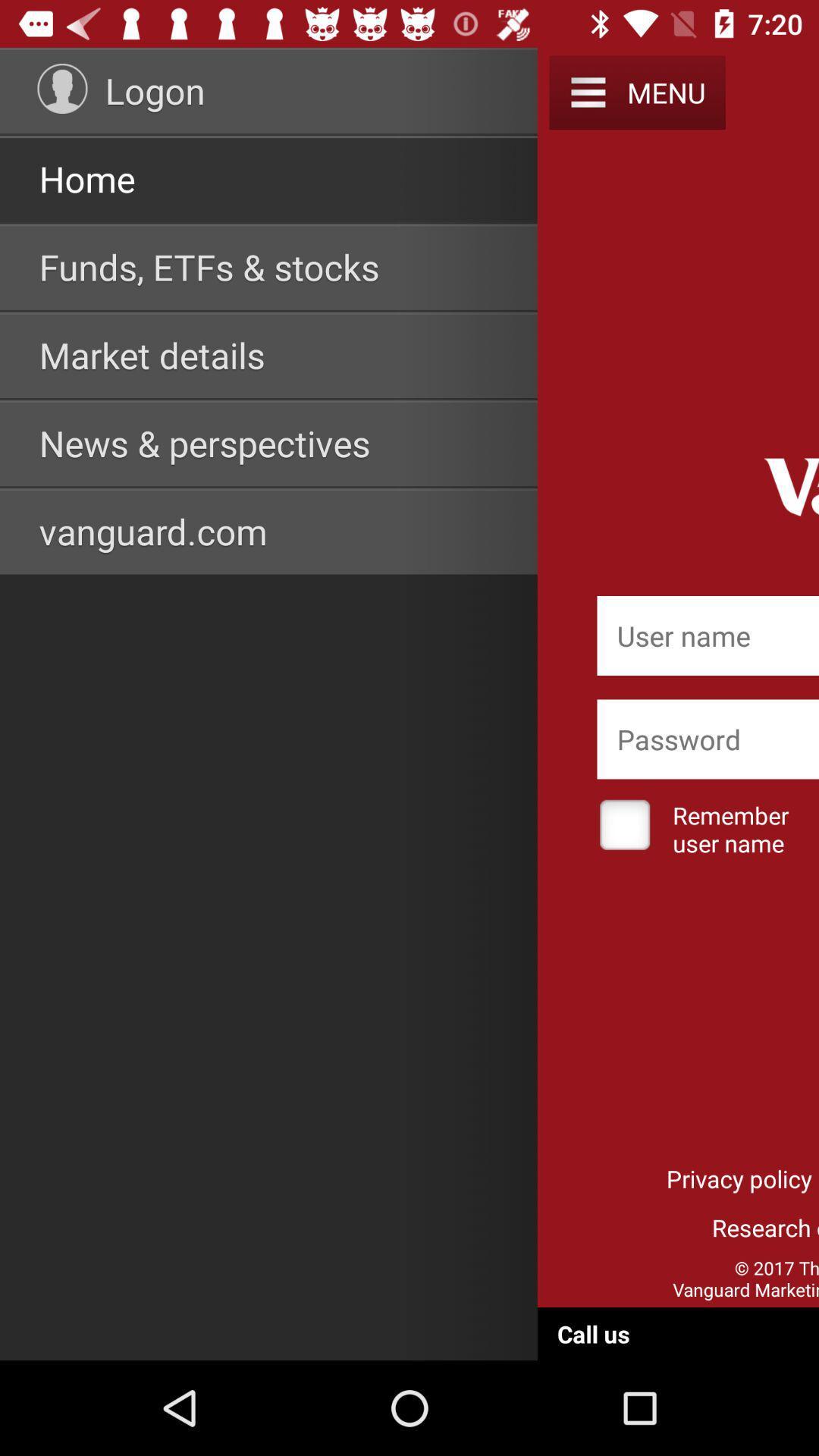 The image size is (819, 1456). Describe the element at coordinates (205, 442) in the screenshot. I see `the news & perspectives app` at that location.